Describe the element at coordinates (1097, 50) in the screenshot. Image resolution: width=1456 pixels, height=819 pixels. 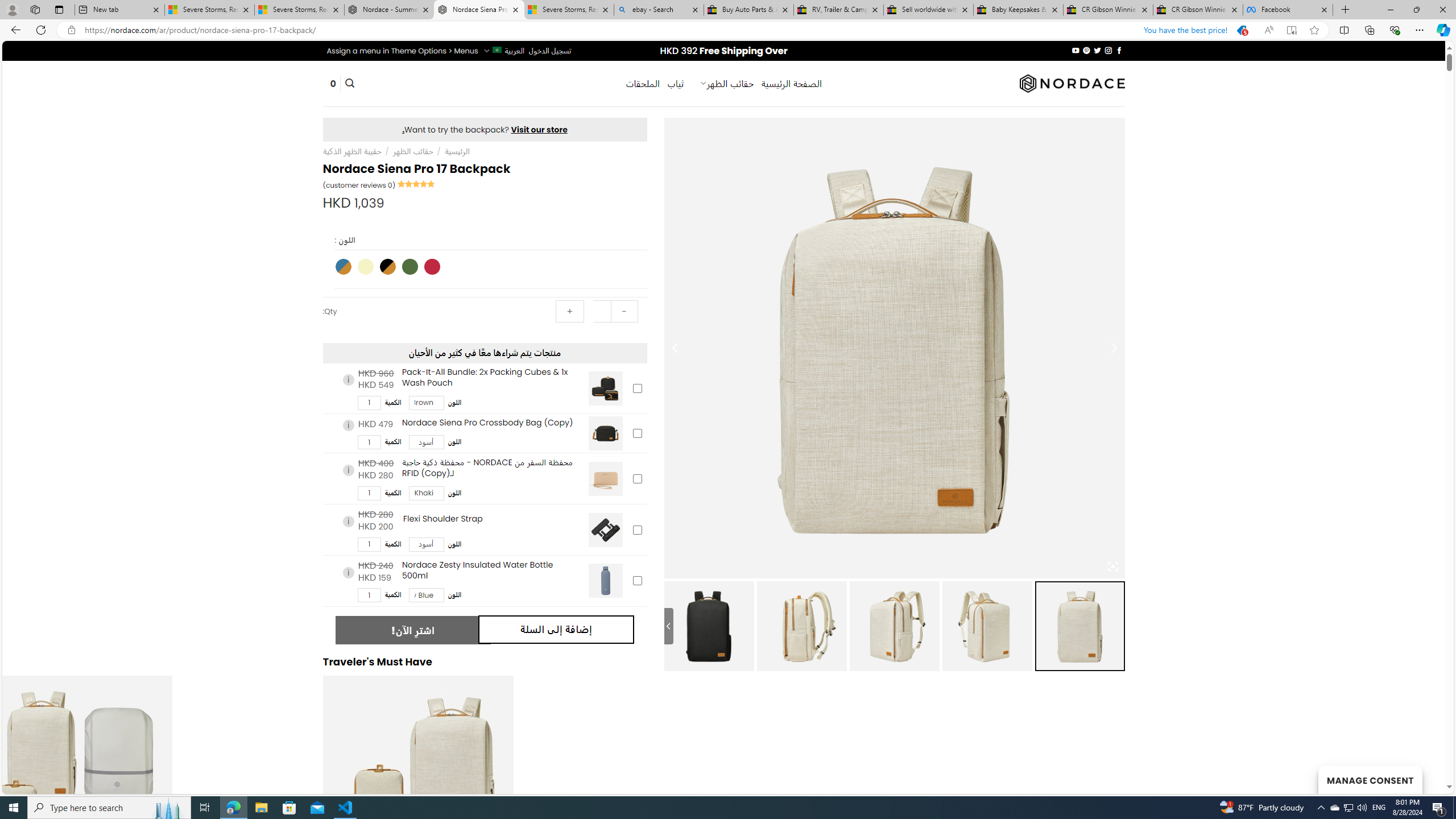
I see `'Follow on Twitter'` at that location.